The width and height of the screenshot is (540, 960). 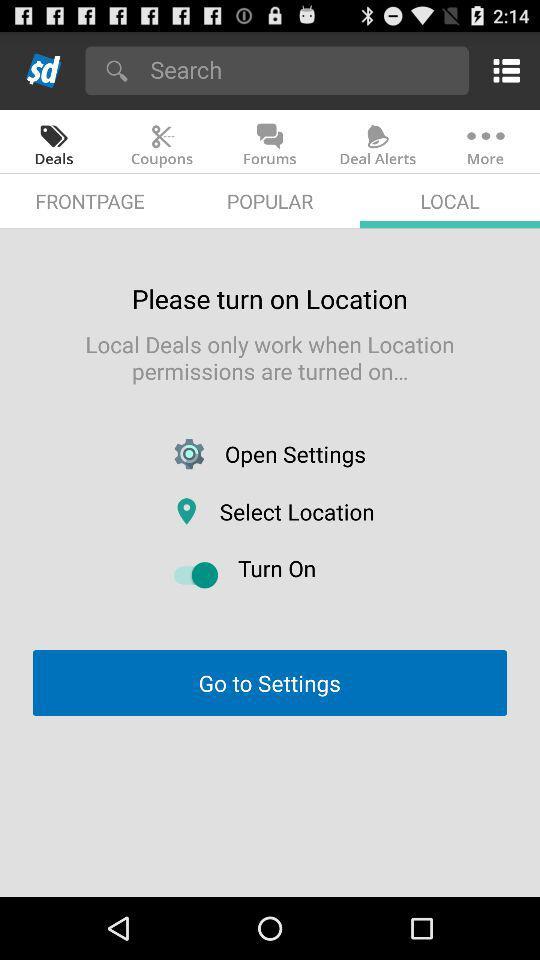 What do you see at coordinates (89, 201) in the screenshot?
I see `frontpage icon` at bounding box center [89, 201].